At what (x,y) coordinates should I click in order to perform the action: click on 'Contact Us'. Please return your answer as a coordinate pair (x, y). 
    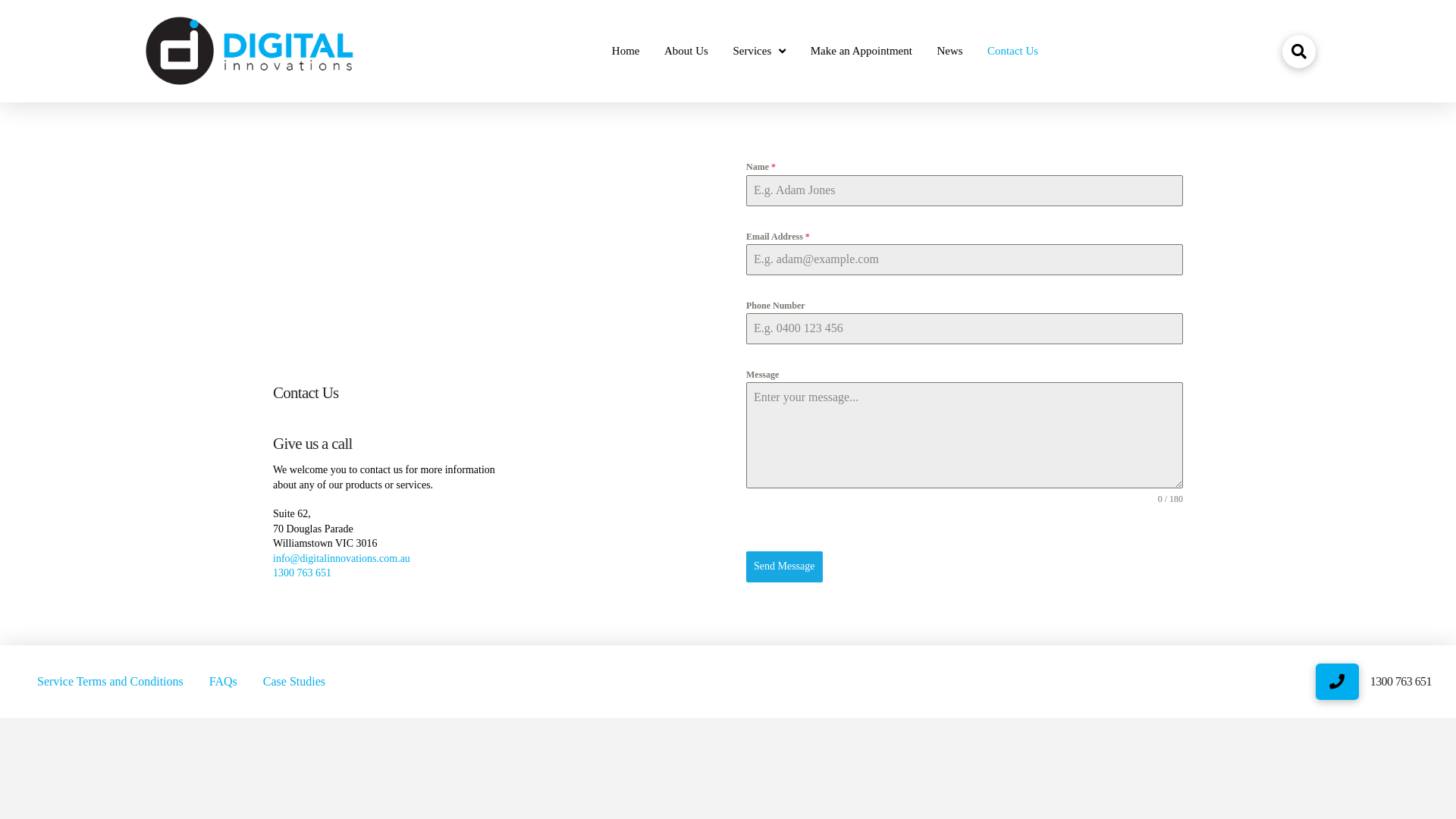
    Looking at the image, I should click on (1012, 51).